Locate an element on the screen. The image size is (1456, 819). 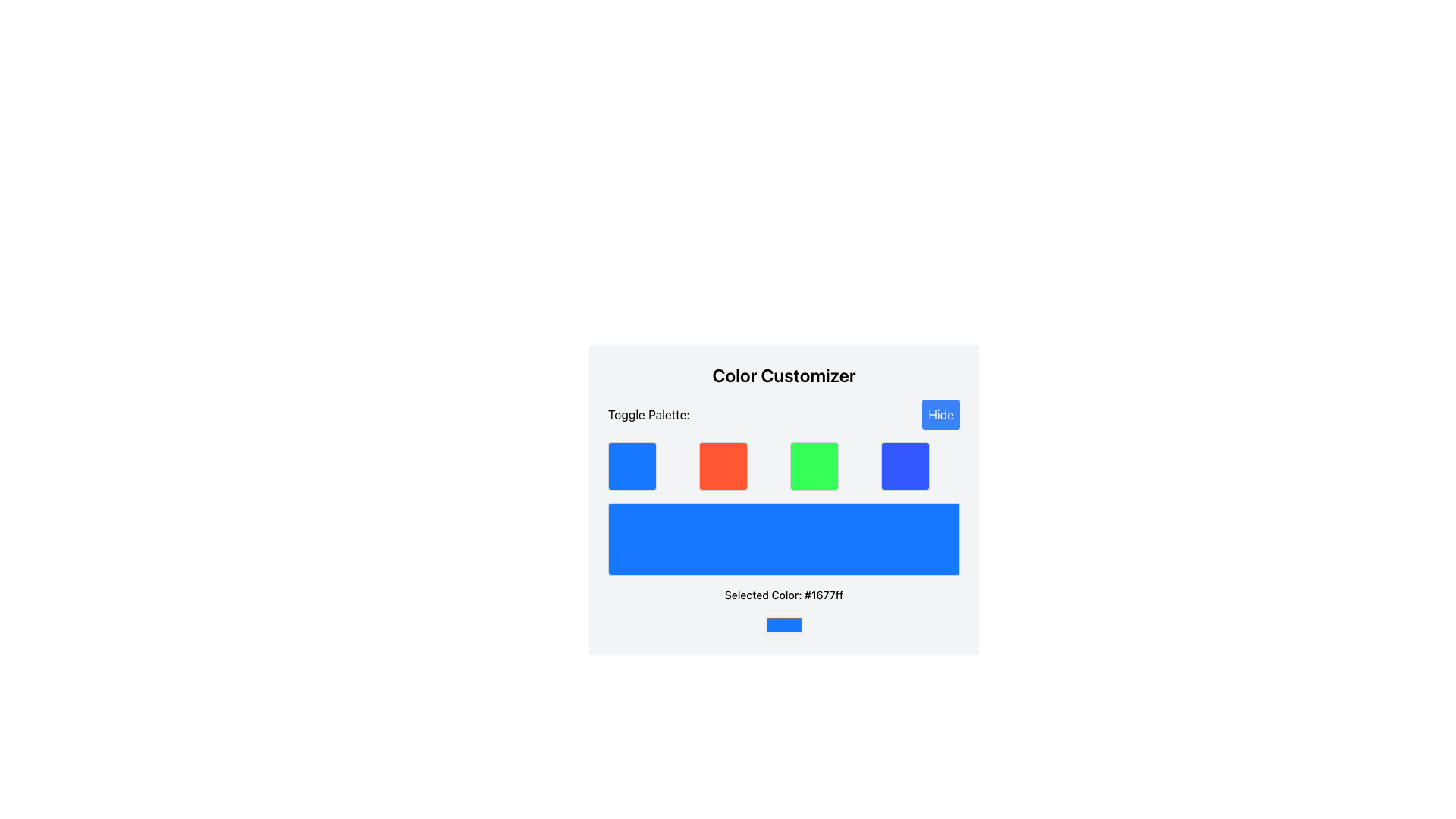
the compact rectangular blue color input field located at the bottom-right section of the 'Color Customizer' modal, below the text 'Selected Color: #1677ff' is located at coordinates (783, 625).